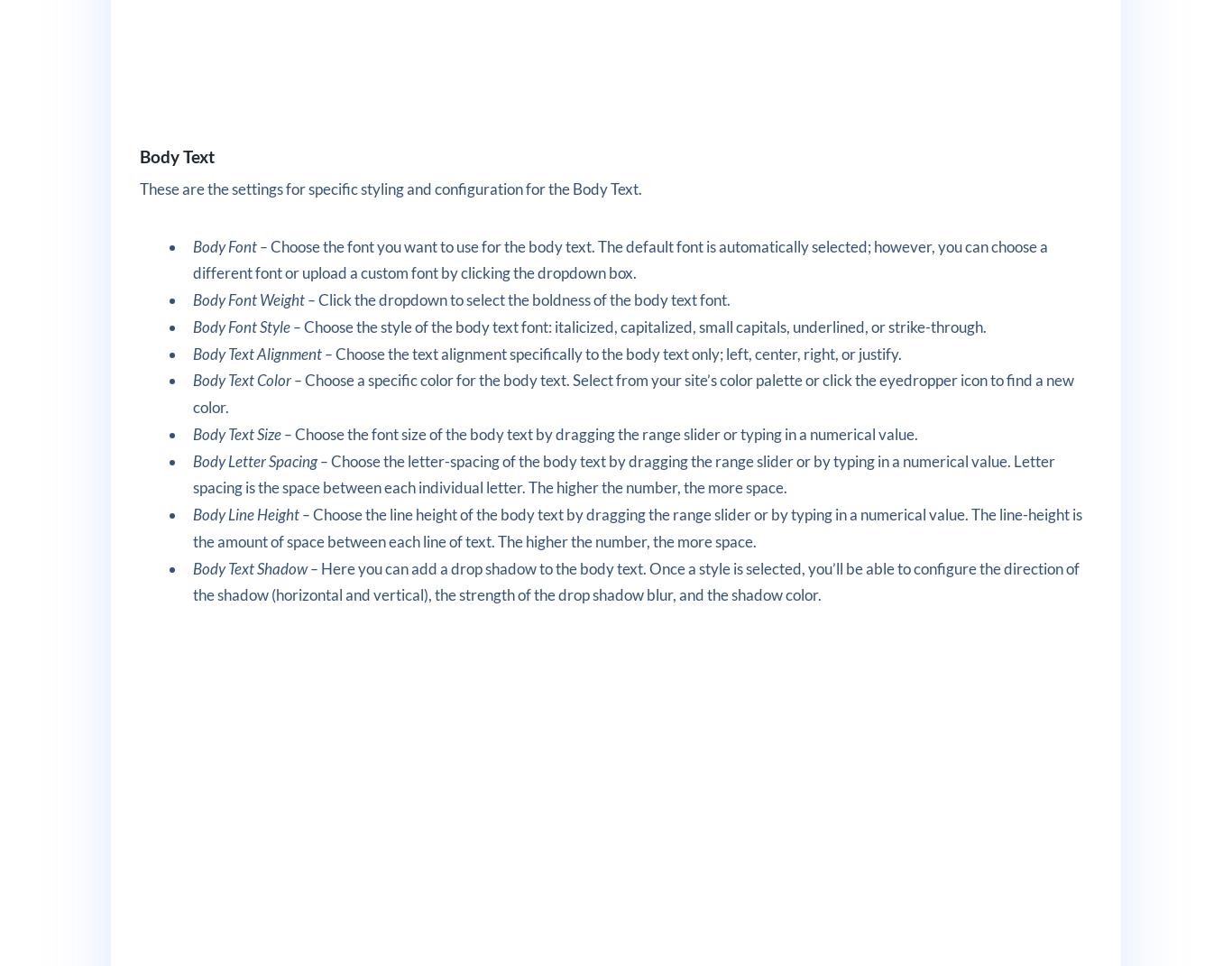 This screenshot has width=1232, height=966. I want to click on 'Body Text Shadow –', so click(256, 566).